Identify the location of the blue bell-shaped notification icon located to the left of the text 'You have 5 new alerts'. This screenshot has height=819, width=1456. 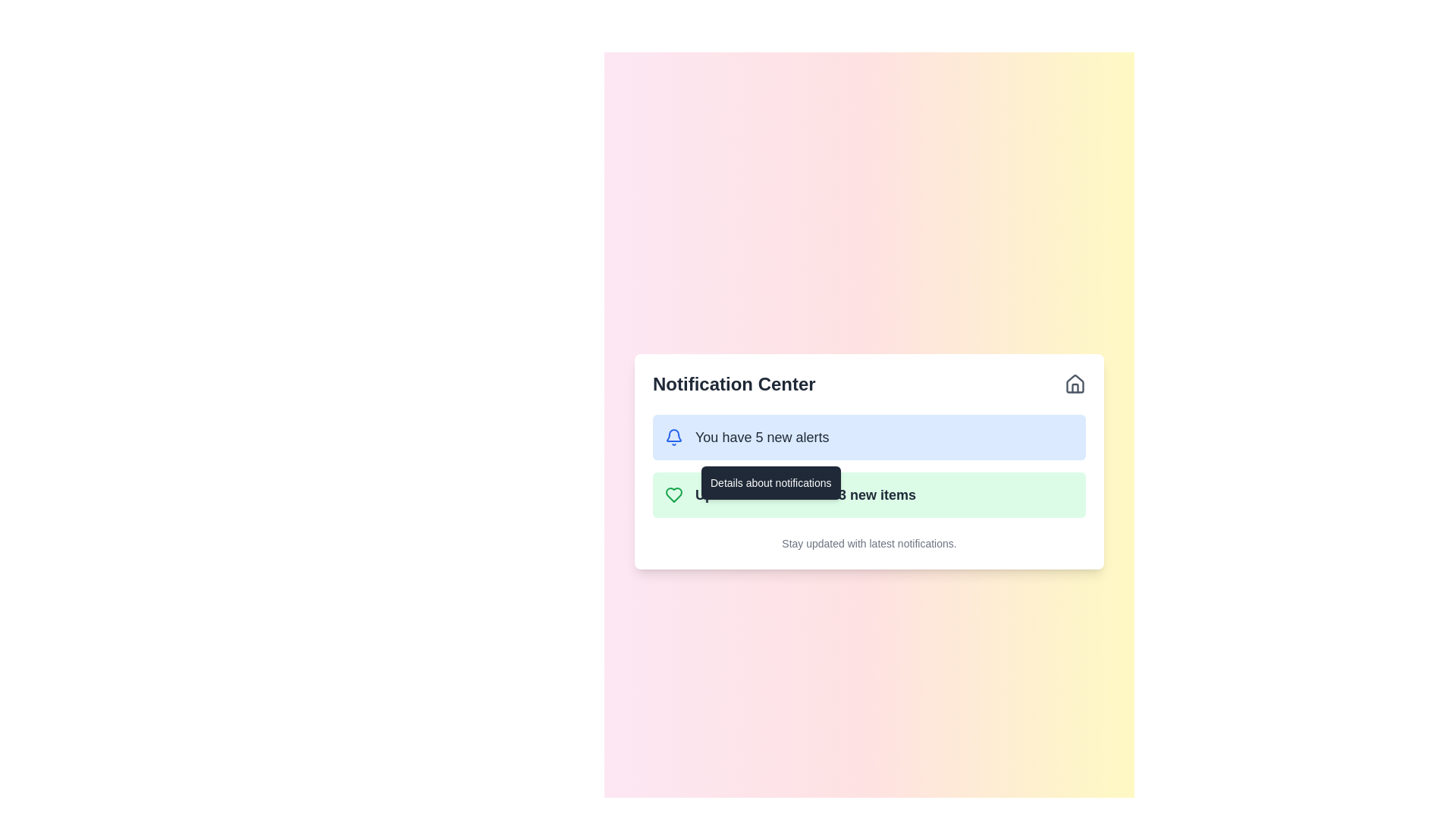
(673, 438).